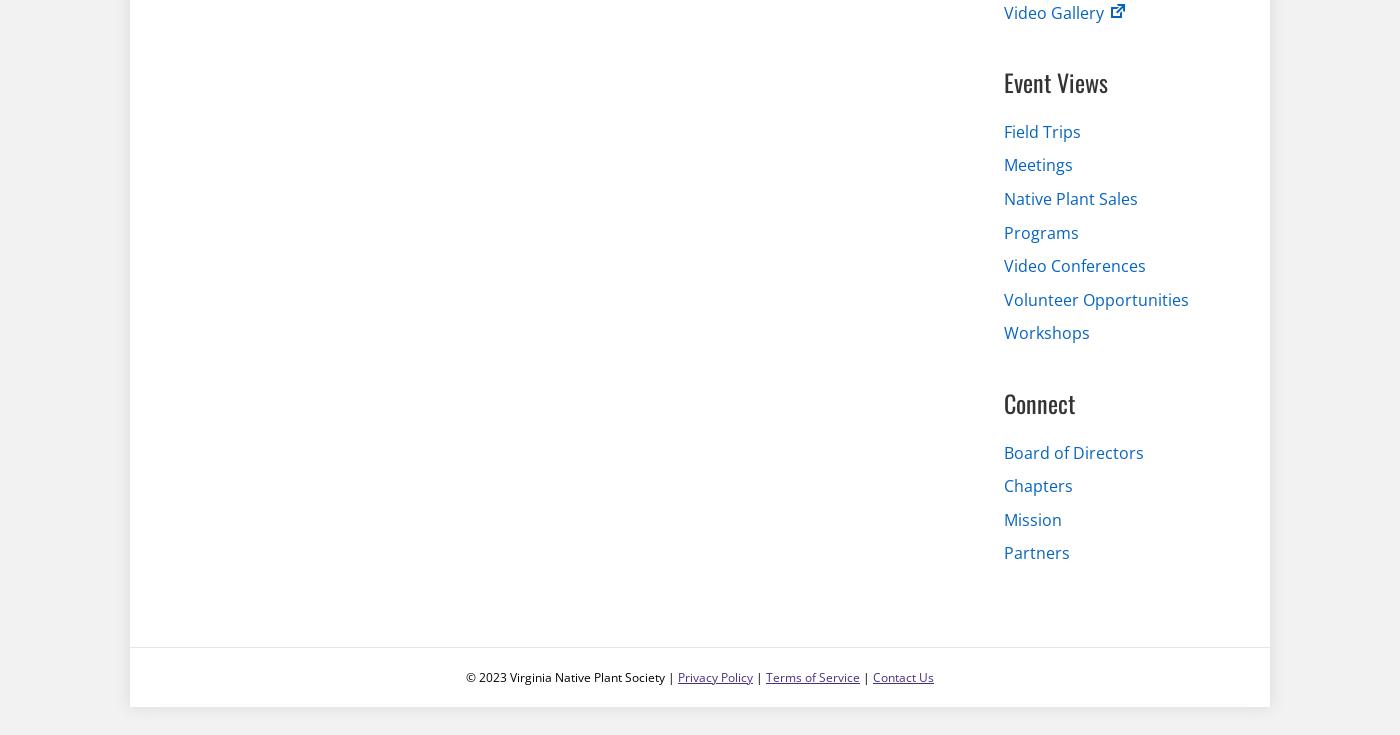 This screenshot has height=735, width=1400. I want to click on 'Video Conferences', so click(1075, 265).